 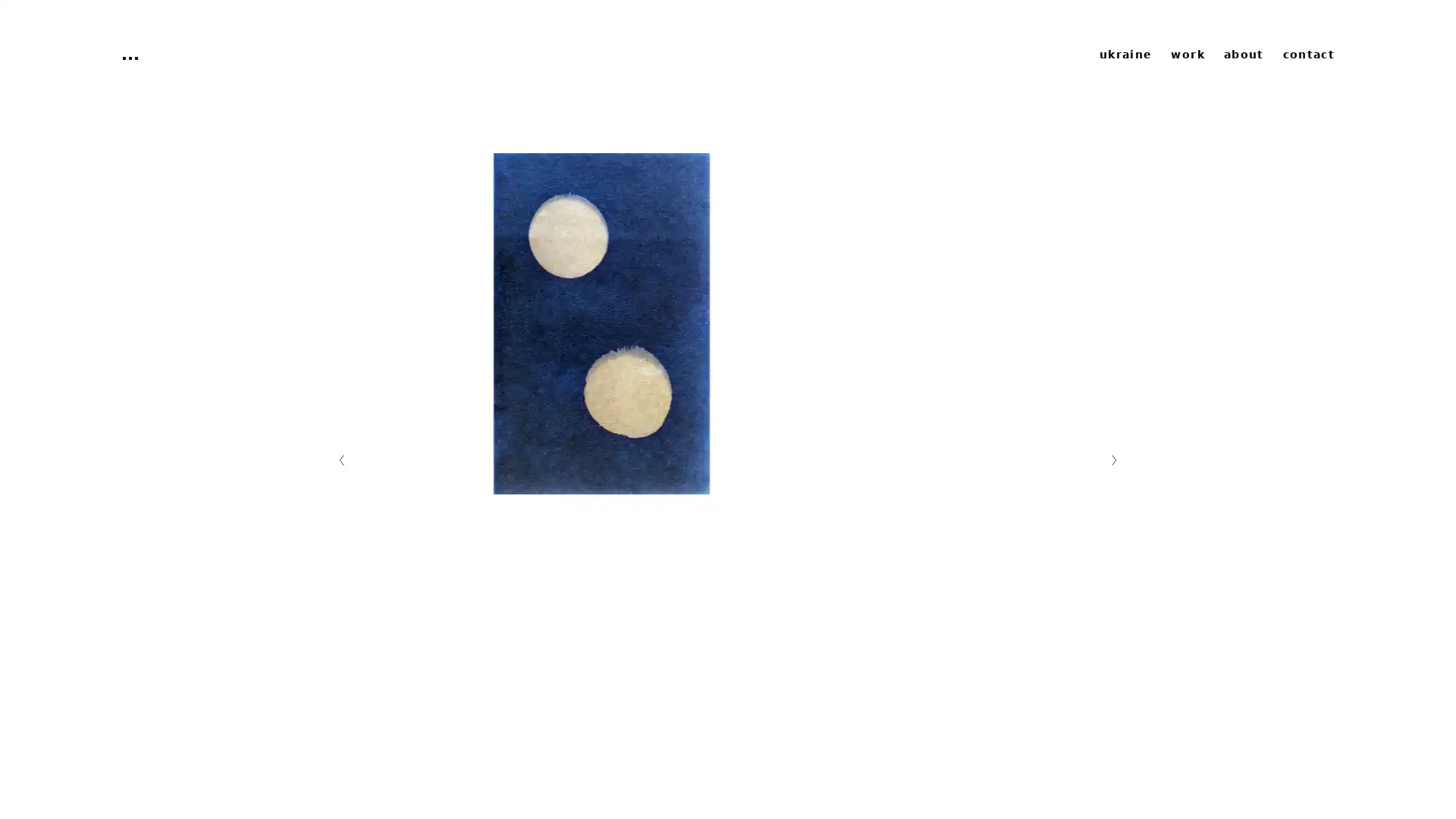 I want to click on Nachste Folie, so click(x=1113, y=459).